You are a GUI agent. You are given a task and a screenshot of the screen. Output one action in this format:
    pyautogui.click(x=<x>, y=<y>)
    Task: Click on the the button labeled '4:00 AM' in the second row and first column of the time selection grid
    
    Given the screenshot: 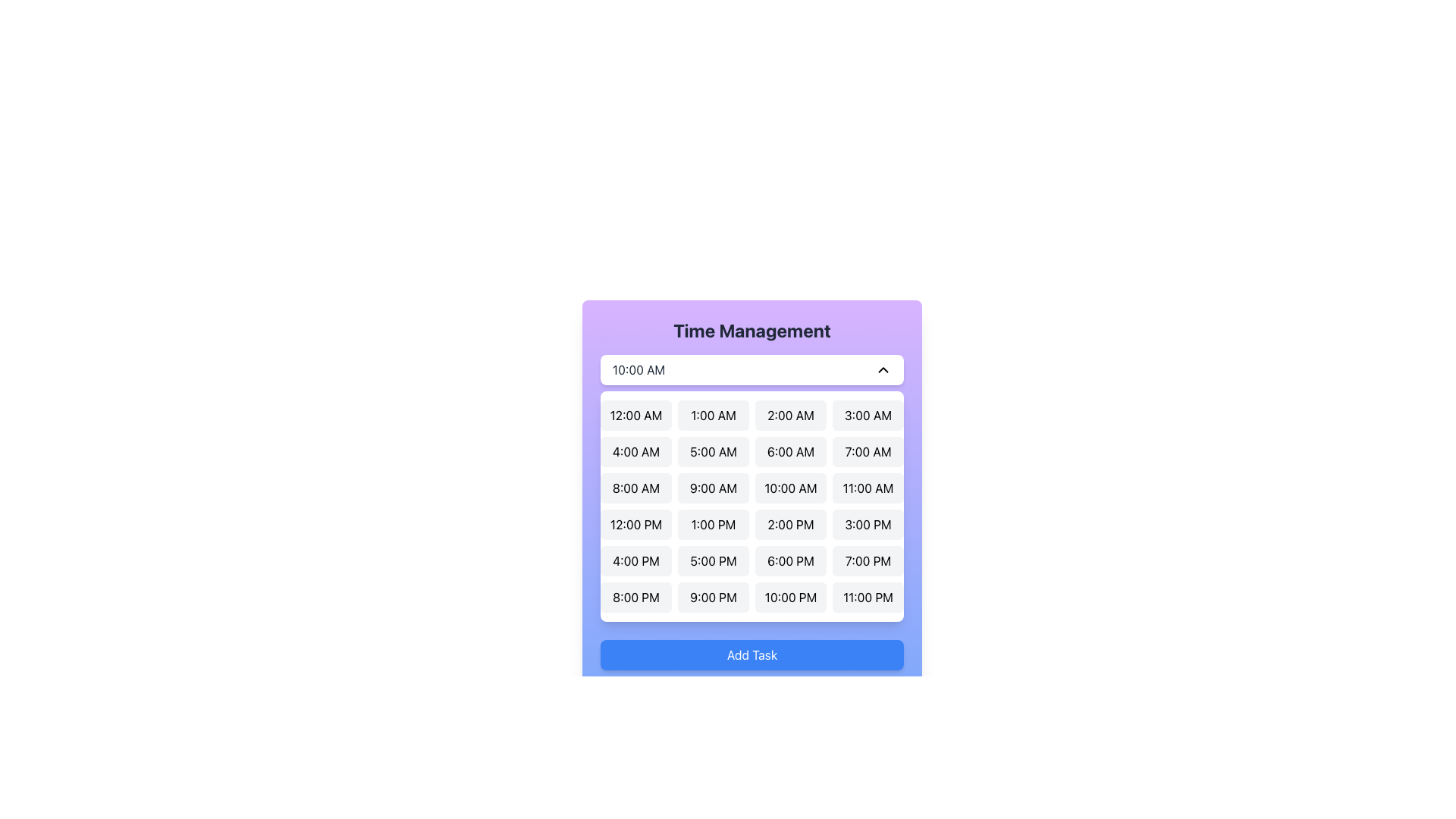 What is the action you would take?
    pyautogui.click(x=636, y=451)
    